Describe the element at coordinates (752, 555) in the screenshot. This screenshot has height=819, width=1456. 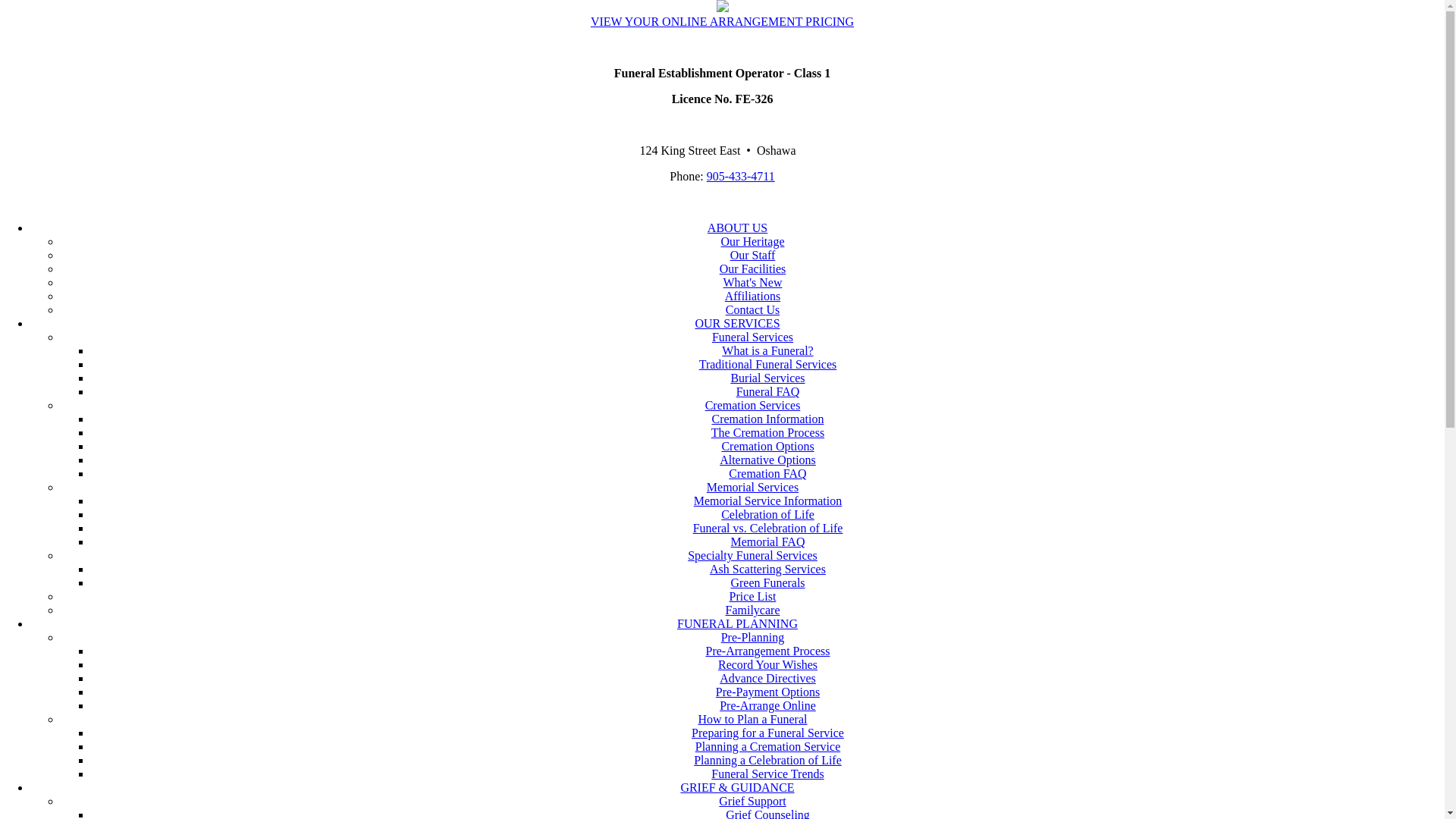
I see `'Specialty Funeral Services'` at that location.